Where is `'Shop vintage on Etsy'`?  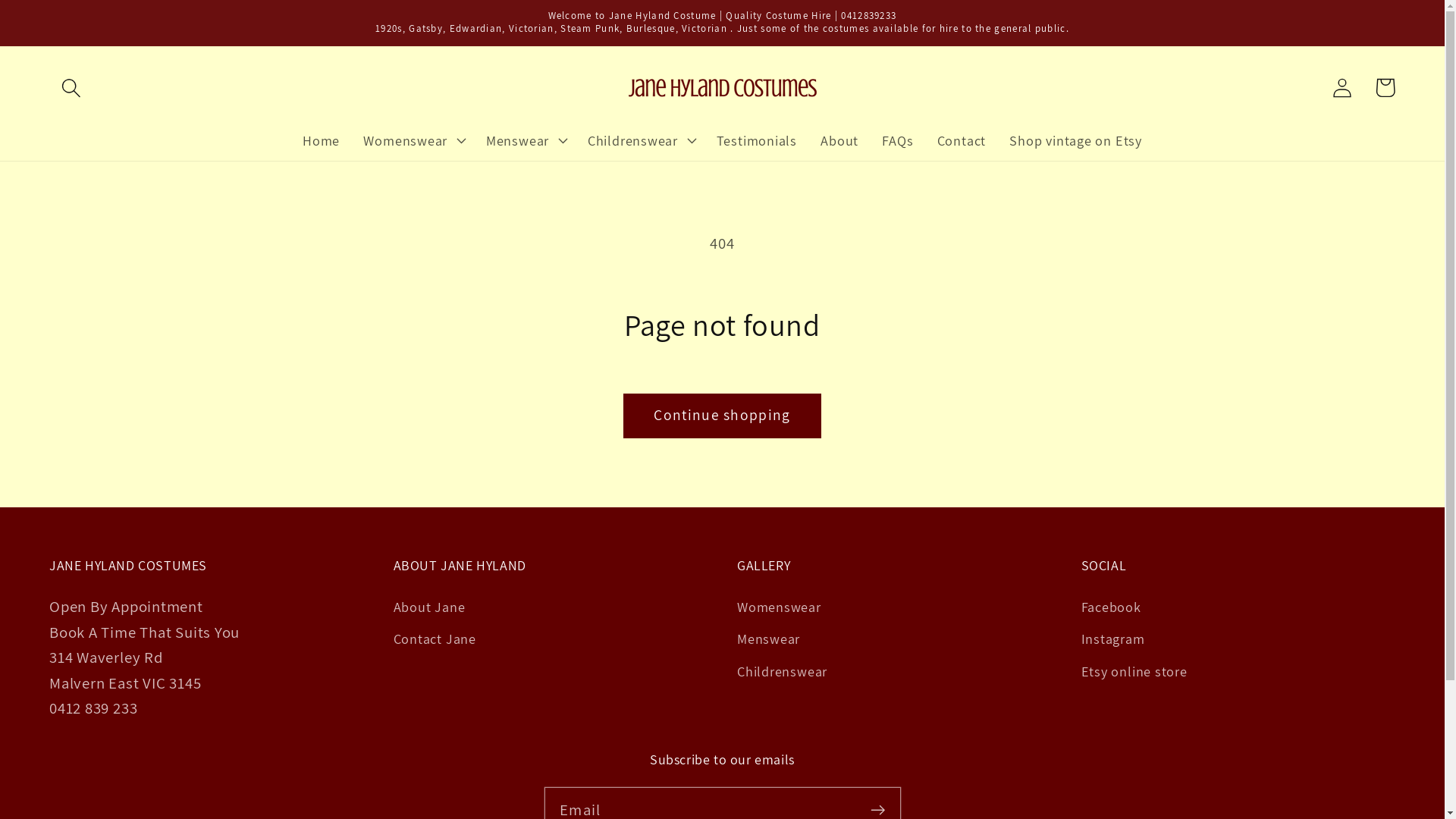
'Shop vintage on Etsy' is located at coordinates (997, 140).